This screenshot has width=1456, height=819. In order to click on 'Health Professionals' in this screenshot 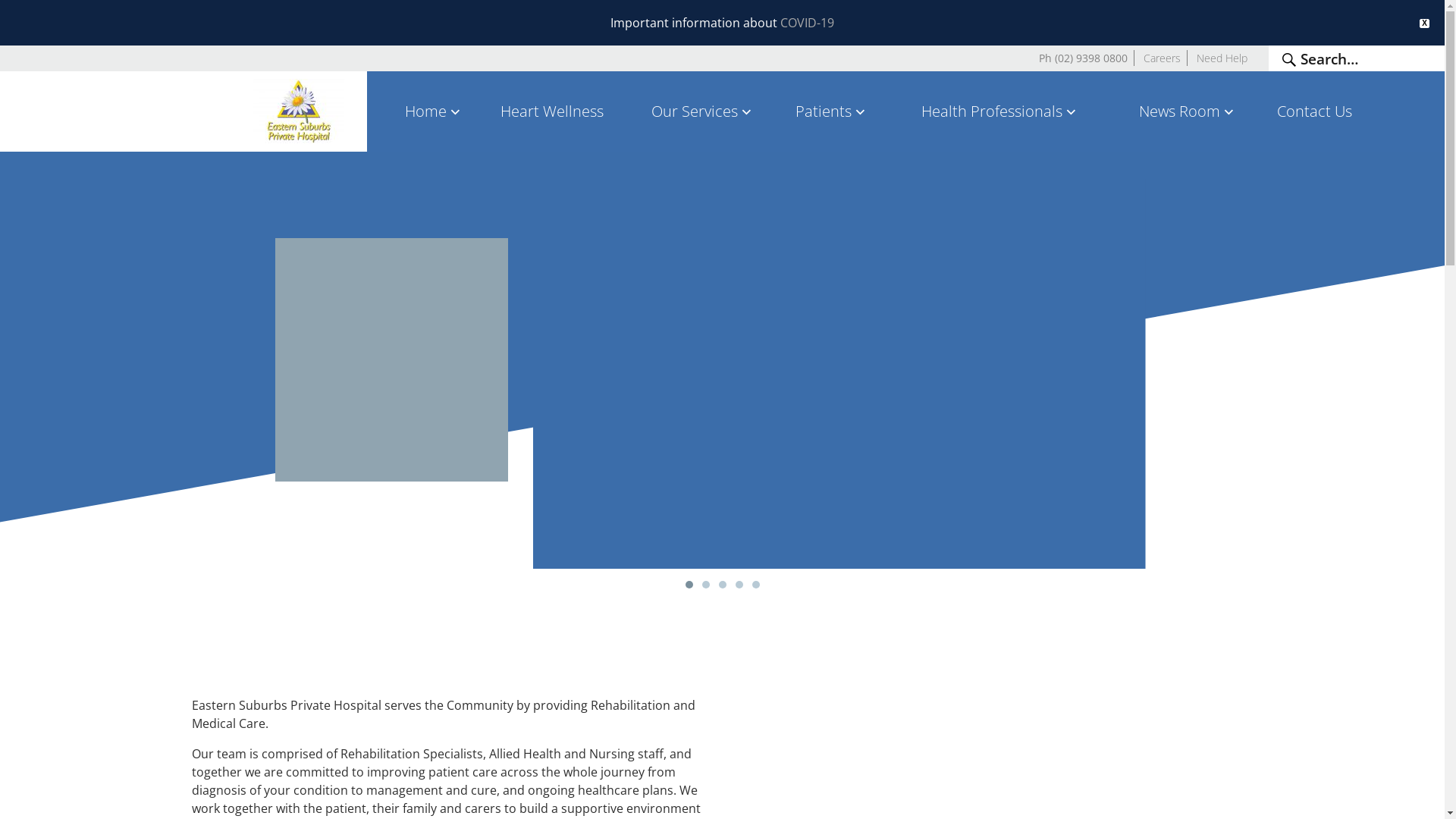, I will do `click(1000, 110)`.